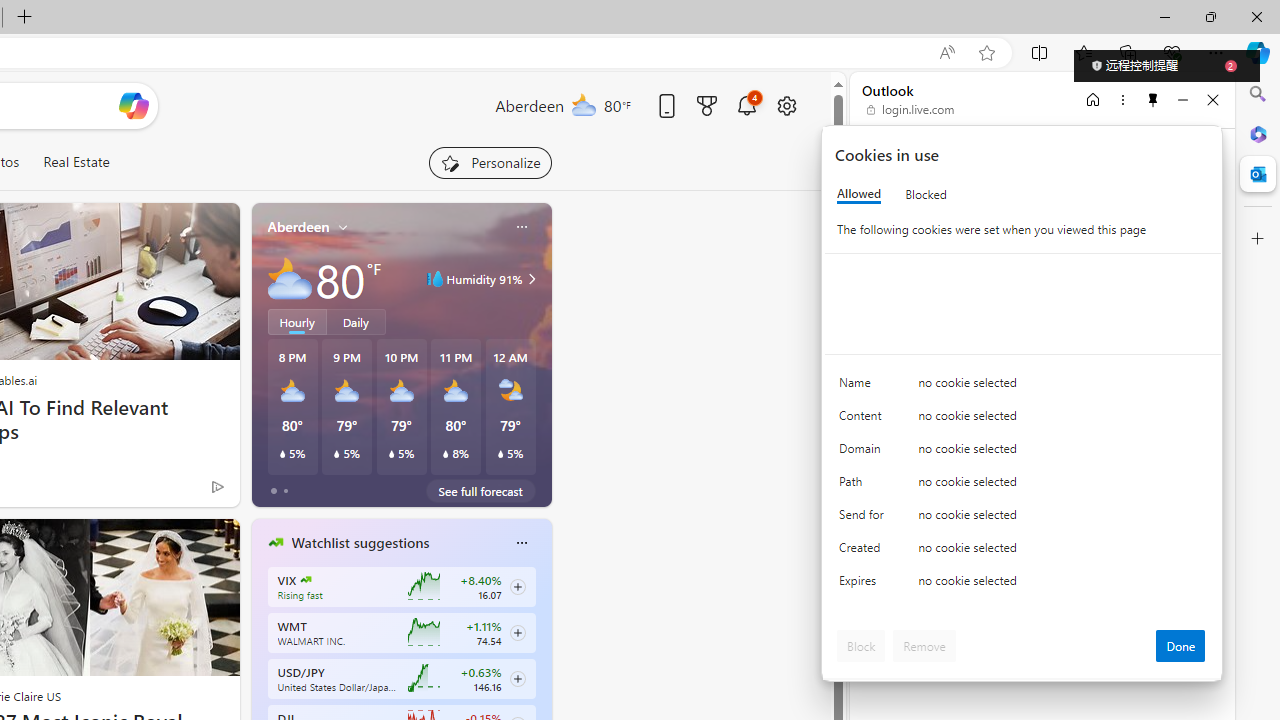  I want to click on 'tab-0', so click(272, 491).